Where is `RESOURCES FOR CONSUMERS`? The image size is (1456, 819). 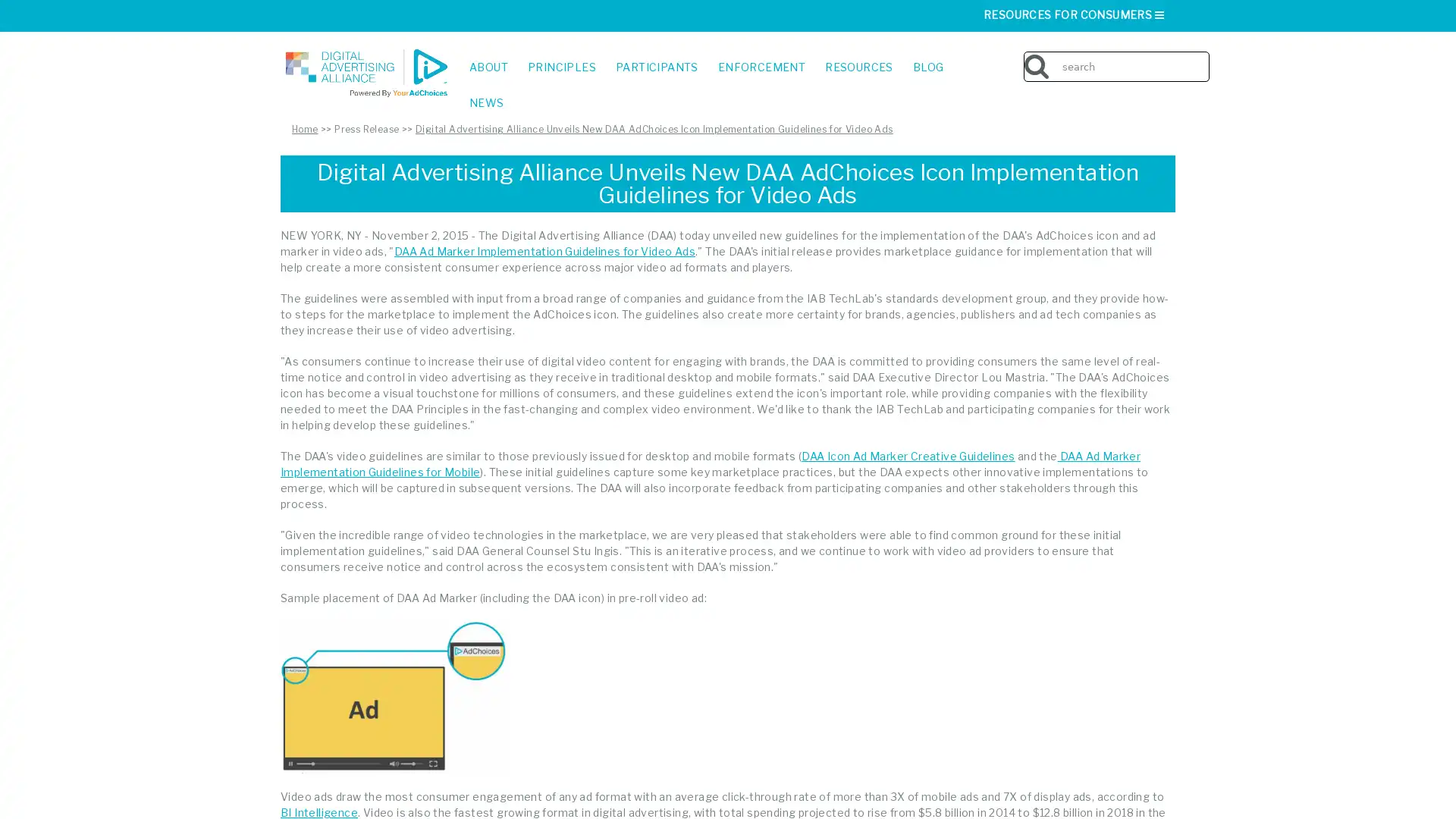
RESOURCES FOR CONSUMERS is located at coordinates (1074, 14).